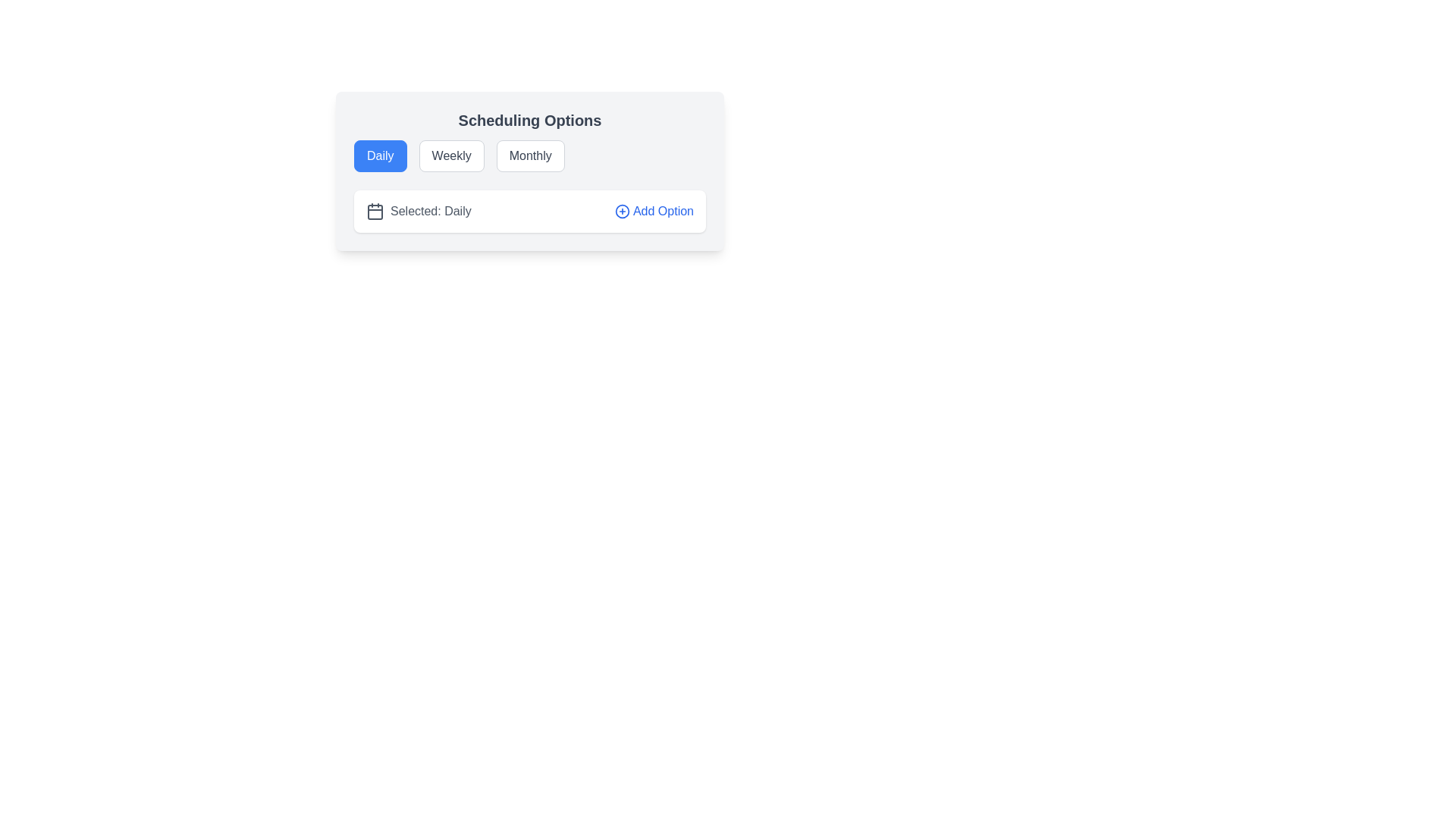  Describe the element at coordinates (530, 119) in the screenshot. I see `the text header displaying 'Scheduling Options' at the top of the card-like component with a soft gray background` at that location.